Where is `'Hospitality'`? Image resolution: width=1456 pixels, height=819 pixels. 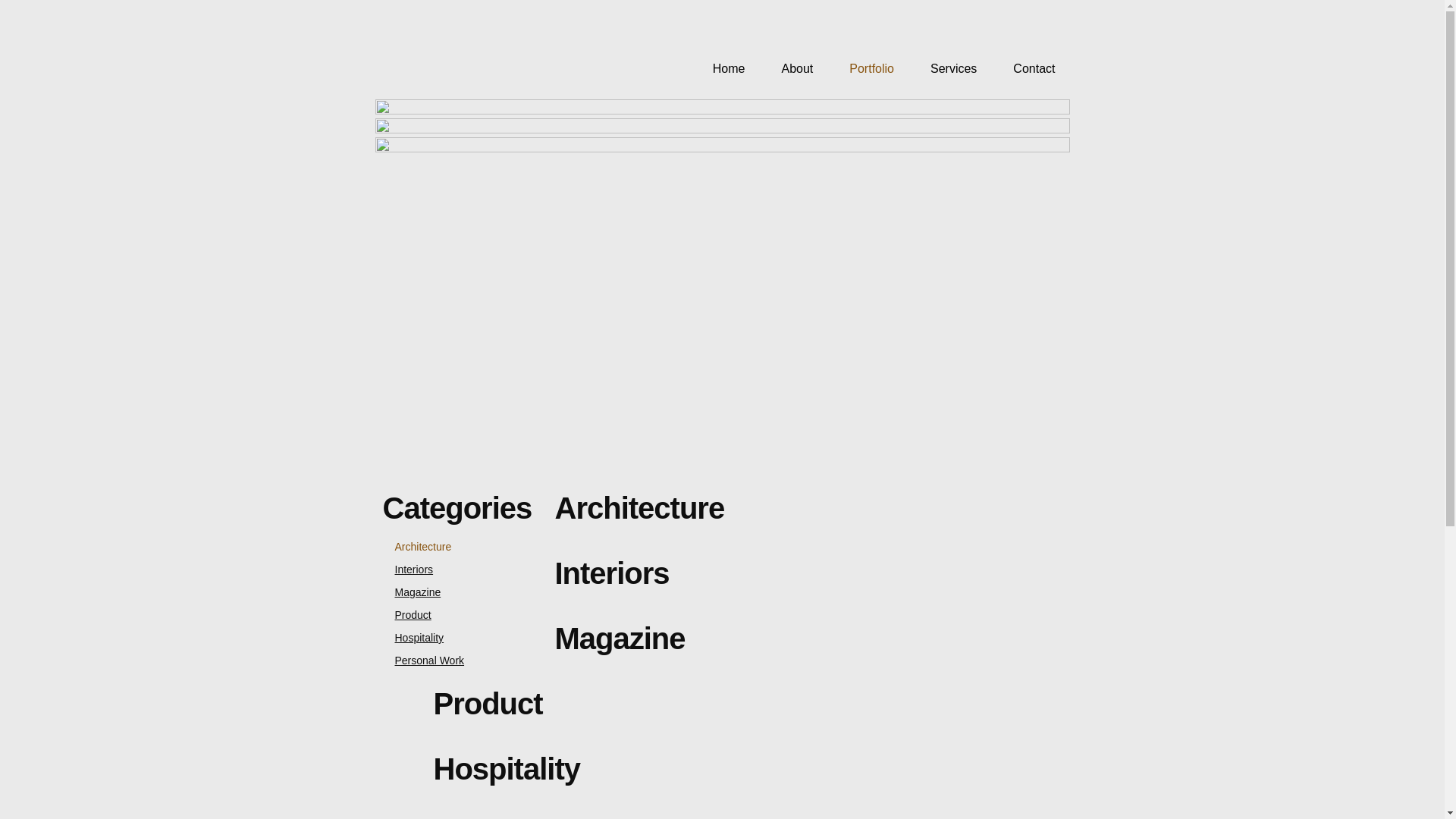
'Hospitality' is located at coordinates (413, 637).